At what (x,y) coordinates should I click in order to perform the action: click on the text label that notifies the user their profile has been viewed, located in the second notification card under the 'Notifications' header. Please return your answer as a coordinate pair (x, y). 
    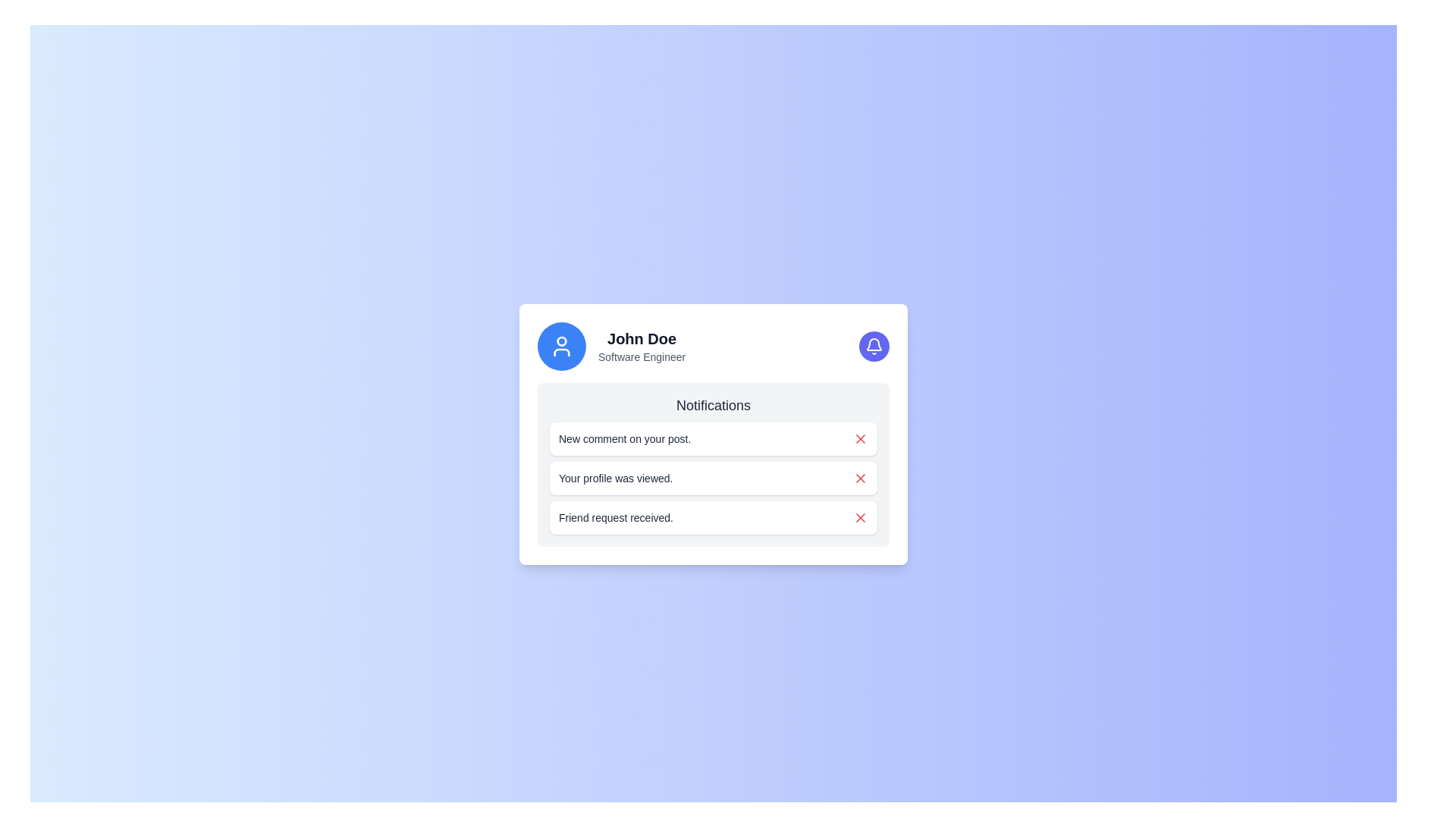
    Looking at the image, I should click on (616, 479).